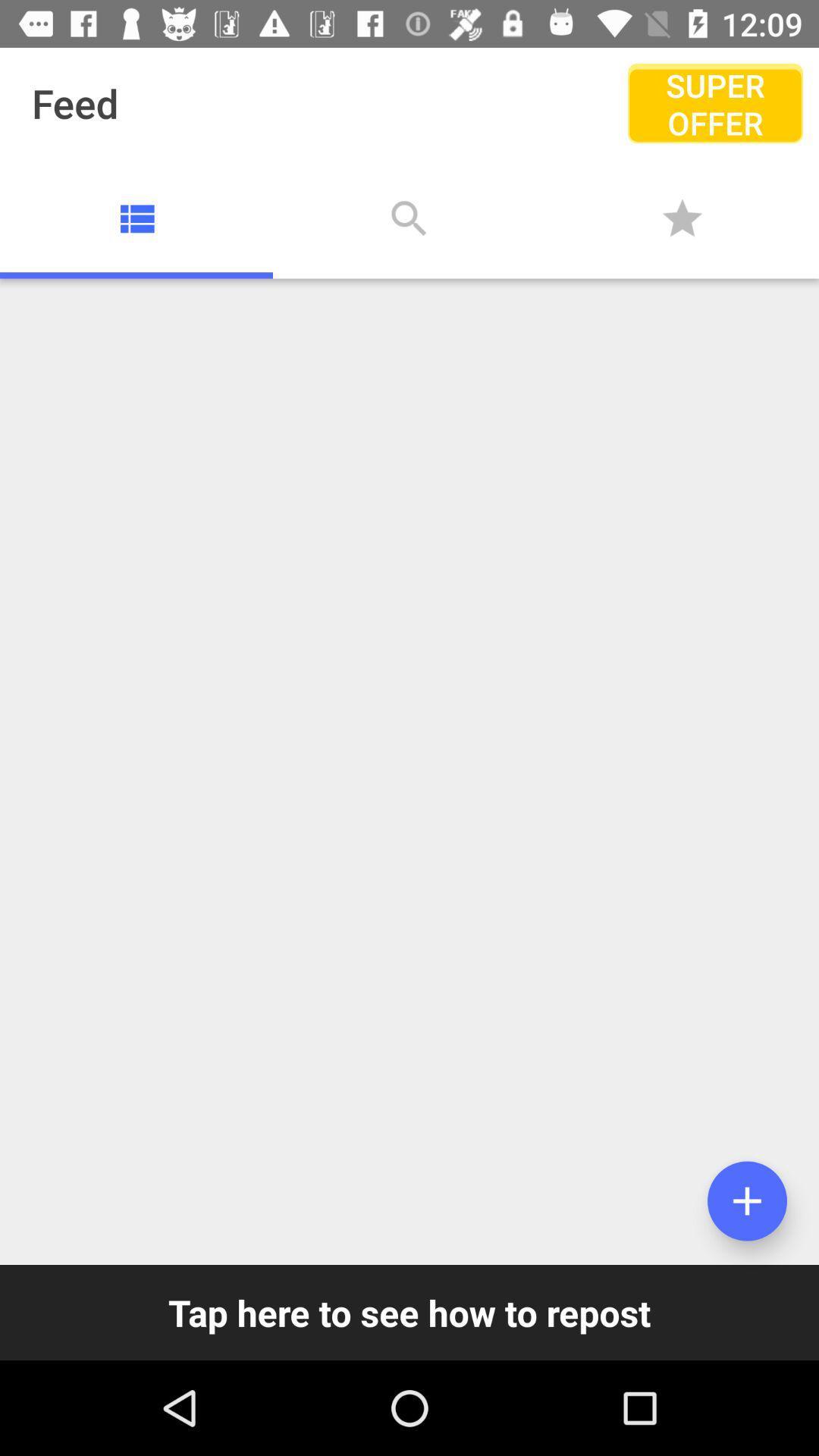 The width and height of the screenshot is (819, 1456). I want to click on adds, so click(746, 1200).